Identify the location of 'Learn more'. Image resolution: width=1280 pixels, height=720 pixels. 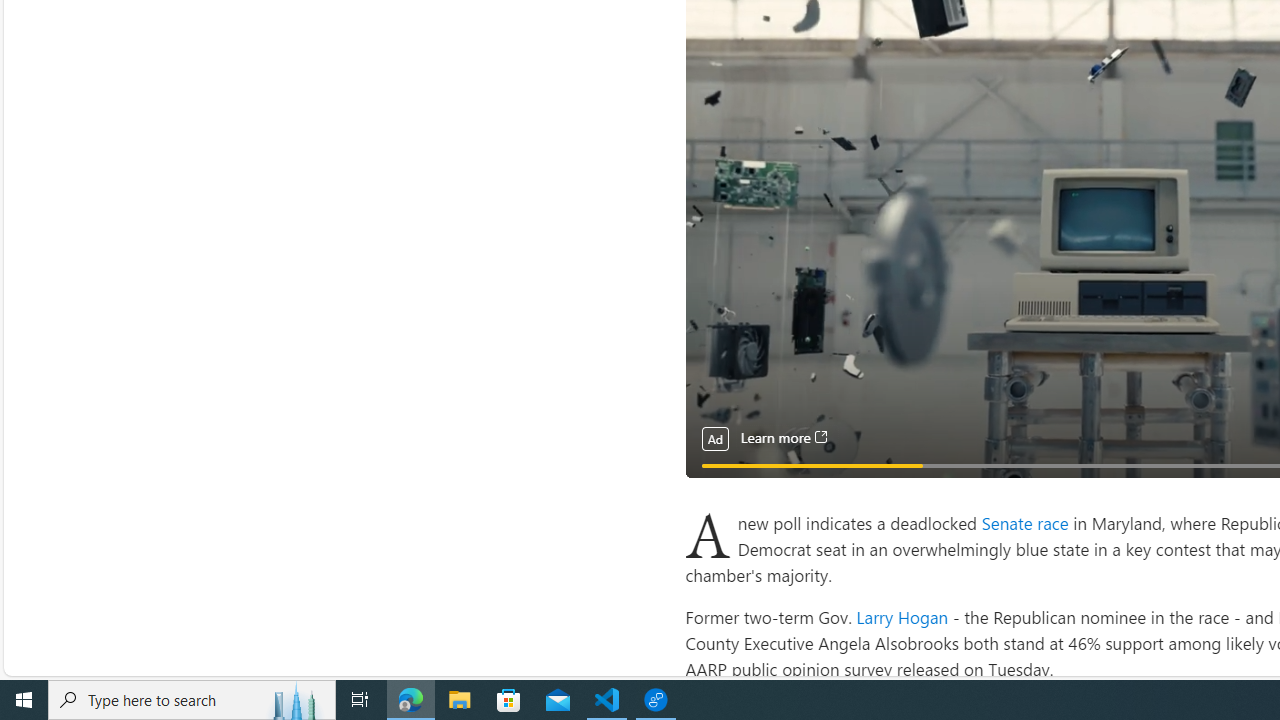
(782, 437).